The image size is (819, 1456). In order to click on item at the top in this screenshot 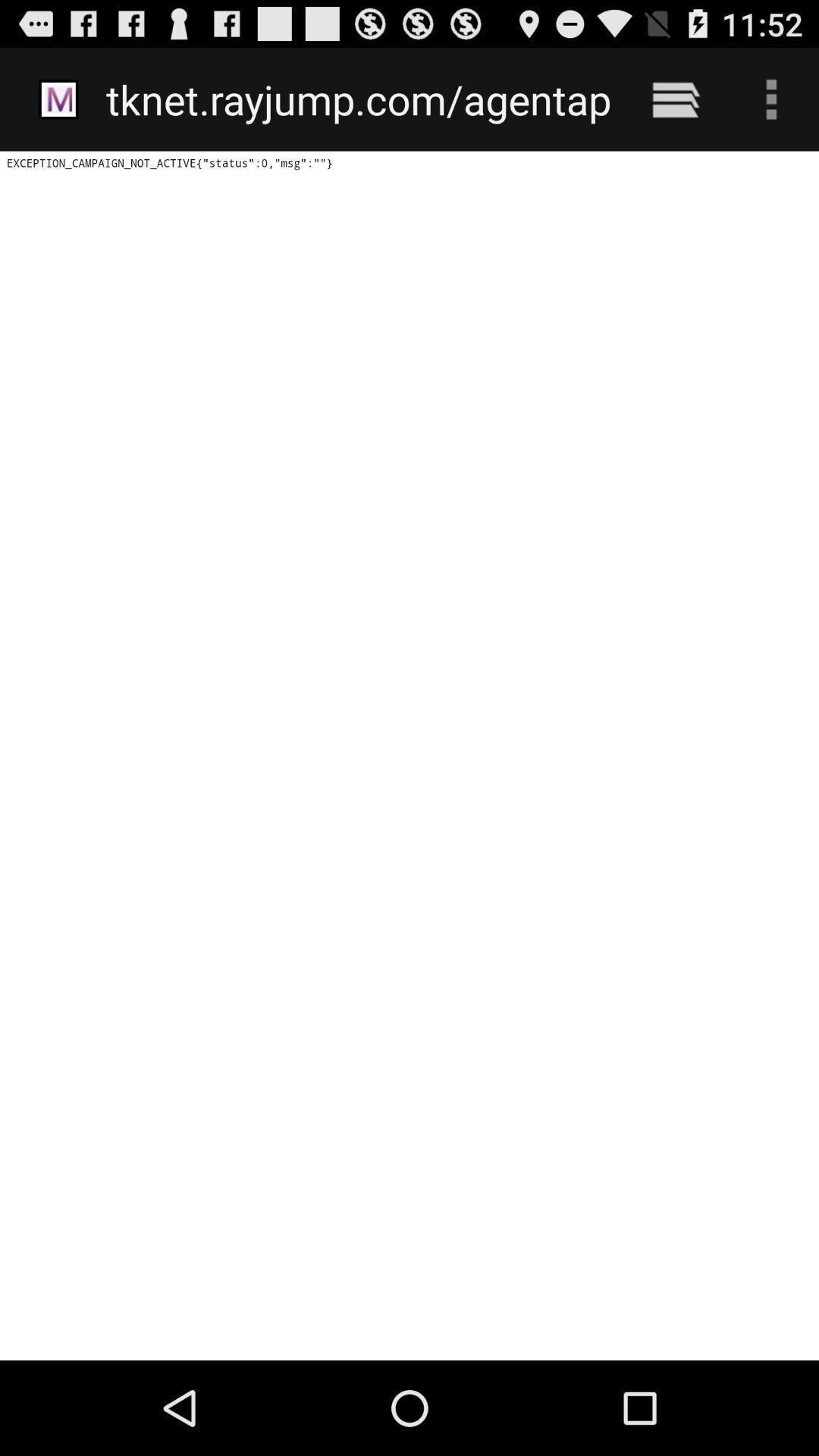, I will do `click(358, 99)`.